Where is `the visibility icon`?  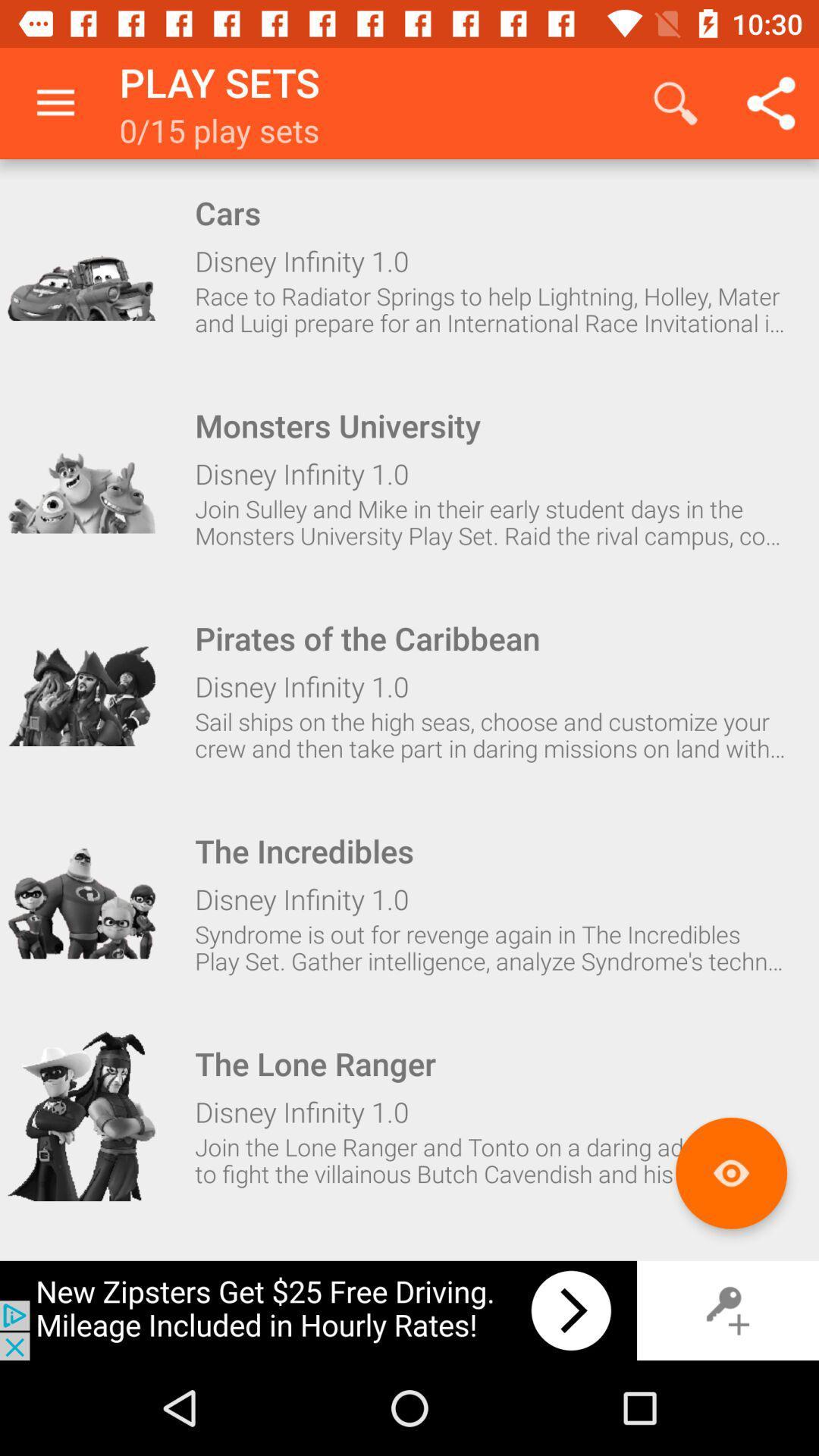 the visibility icon is located at coordinates (730, 1172).